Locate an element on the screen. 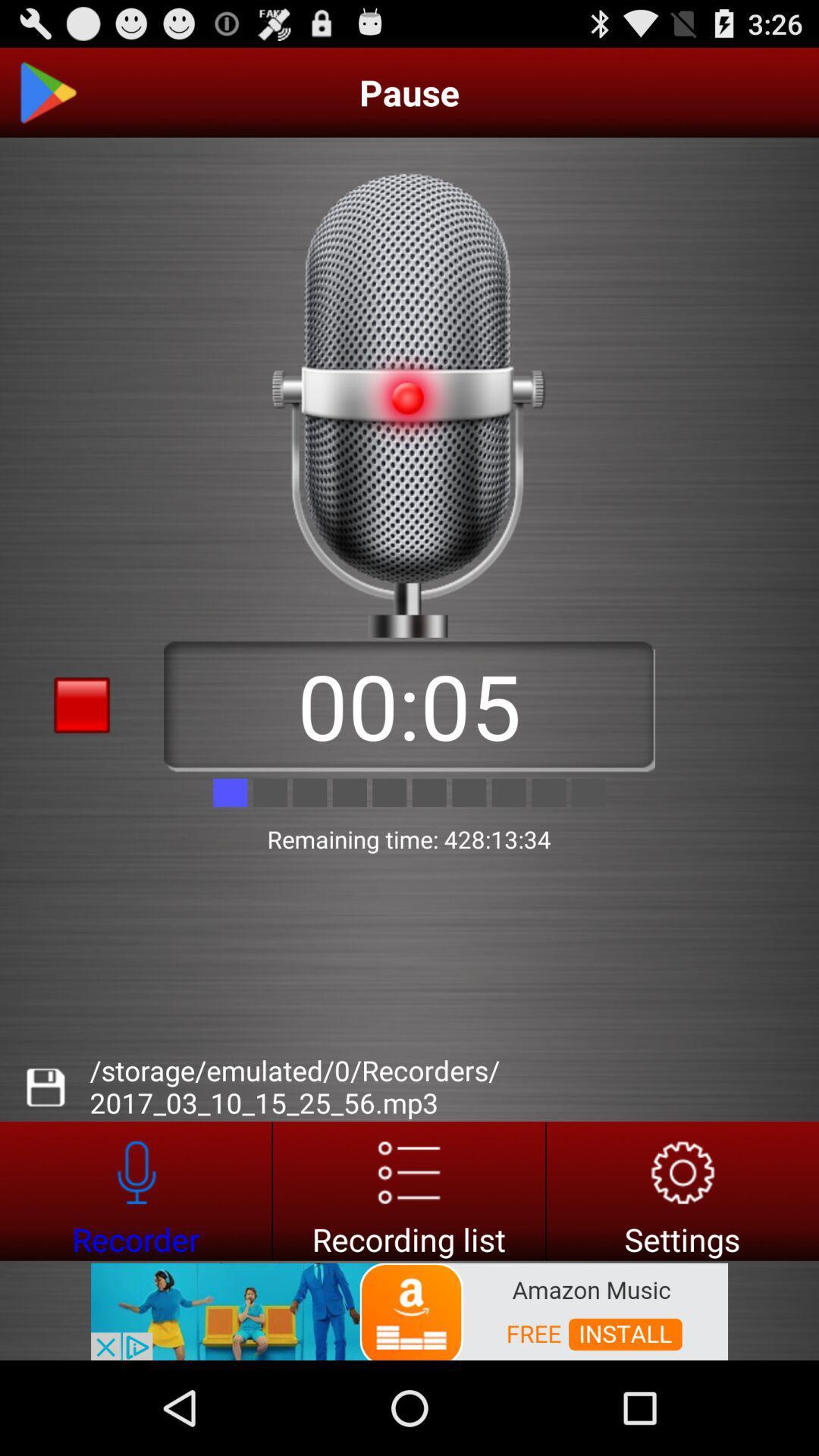 The width and height of the screenshot is (819, 1456). open settings is located at coordinates (682, 1190).